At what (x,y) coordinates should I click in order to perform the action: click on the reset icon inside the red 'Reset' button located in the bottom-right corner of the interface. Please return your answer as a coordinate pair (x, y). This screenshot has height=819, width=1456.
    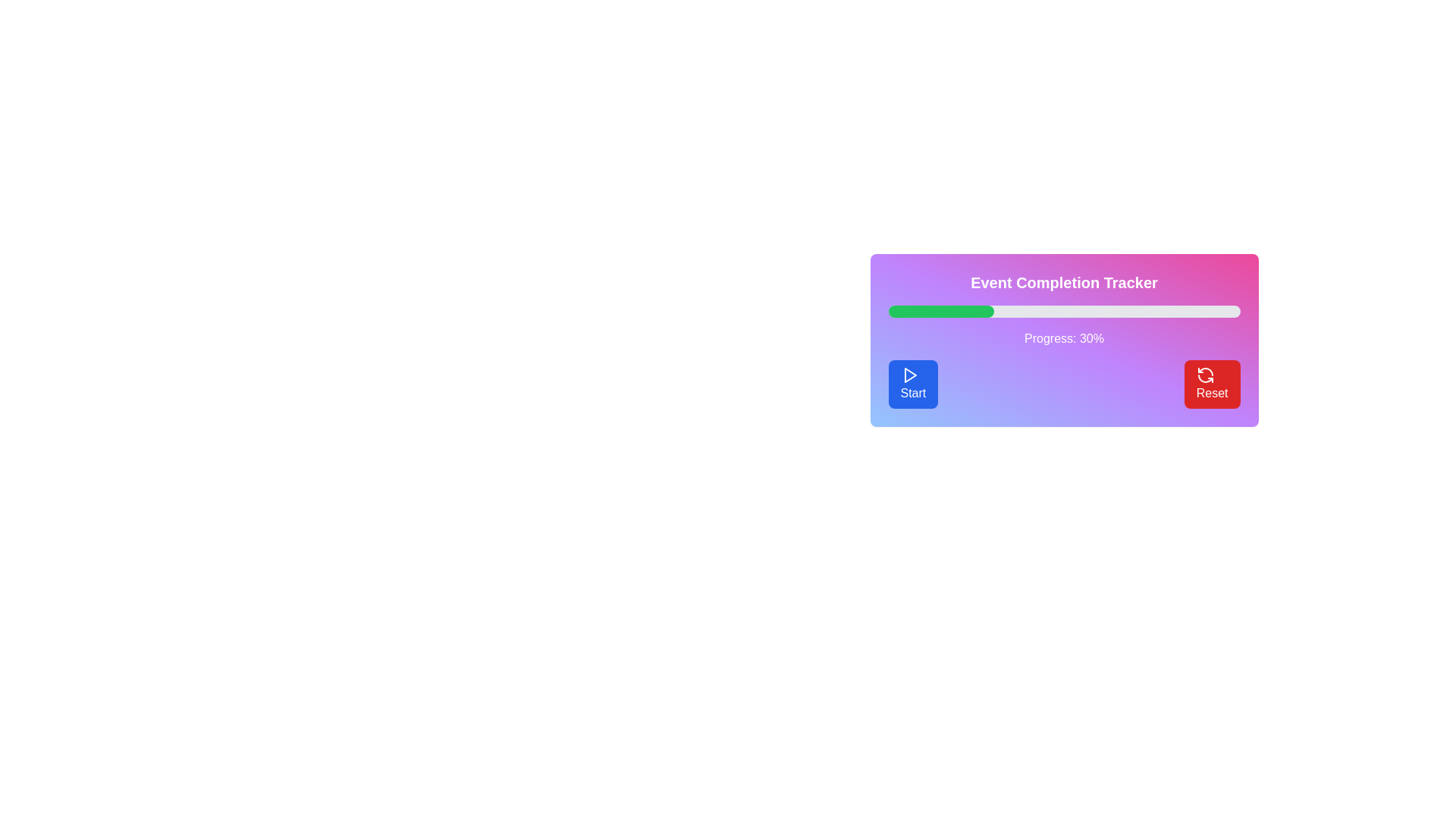
    Looking at the image, I should click on (1204, 375).